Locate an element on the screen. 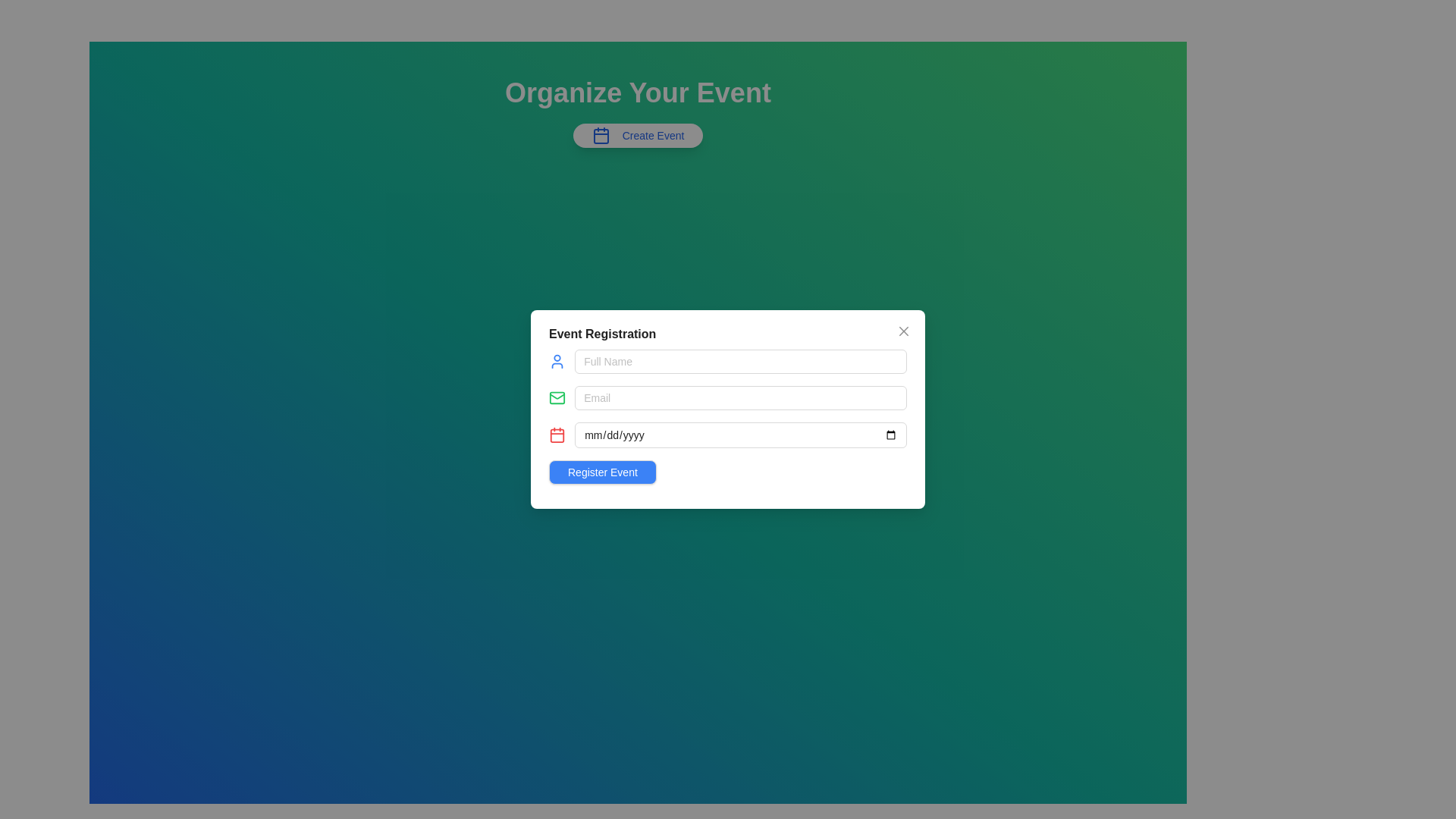 This screenshot has width=1456, height=819. the central rectangular shape within the calendar icon, which is located to the left of the 'Create Event' button is located at coordinates (600, 136).